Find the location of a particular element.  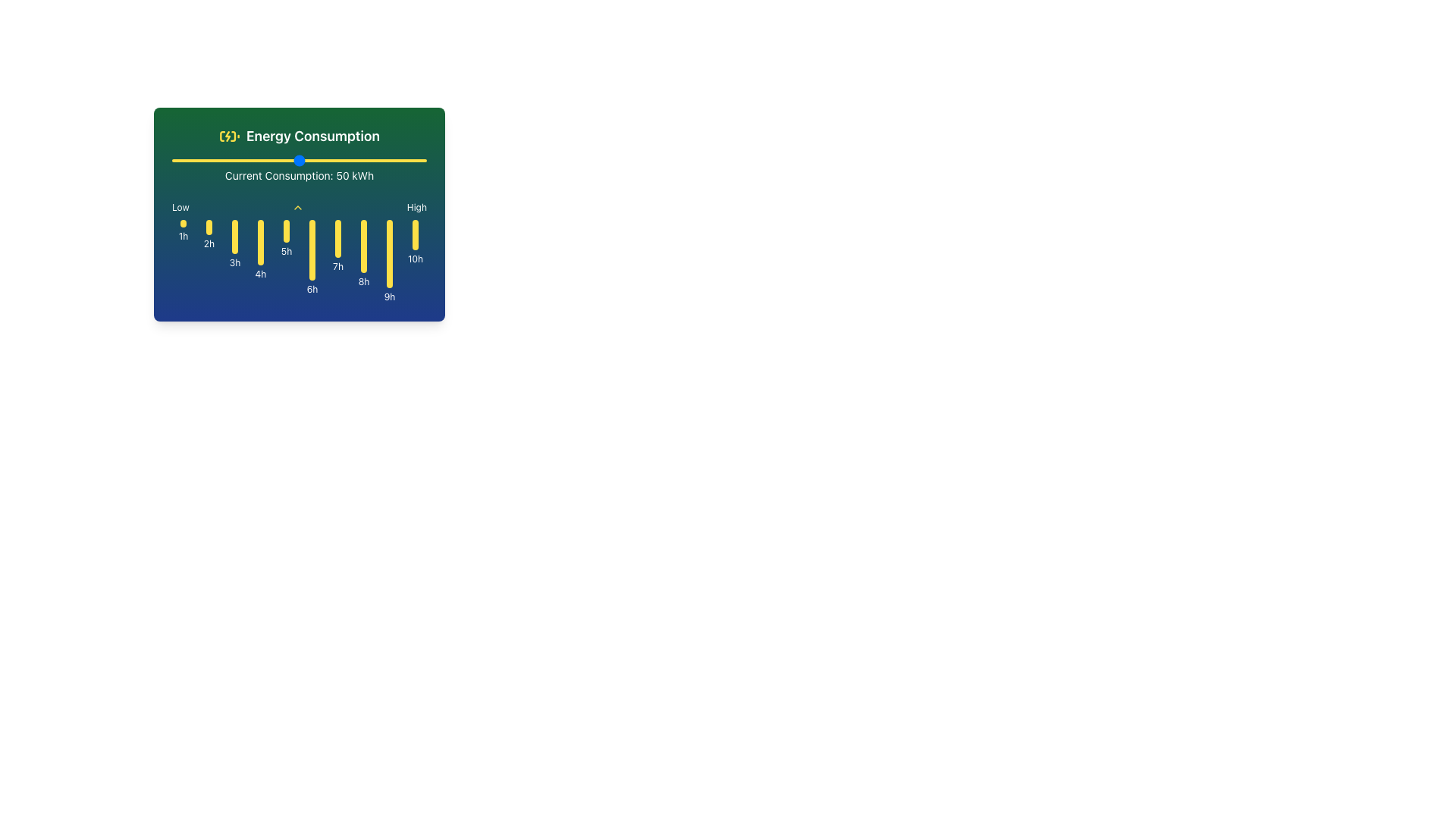

the graphical UI element that represents a measurement or value for a specific time slot of 5 hours, located in the fifth position of a series of ten equally spaced columns is located at coordinates (287, 260).